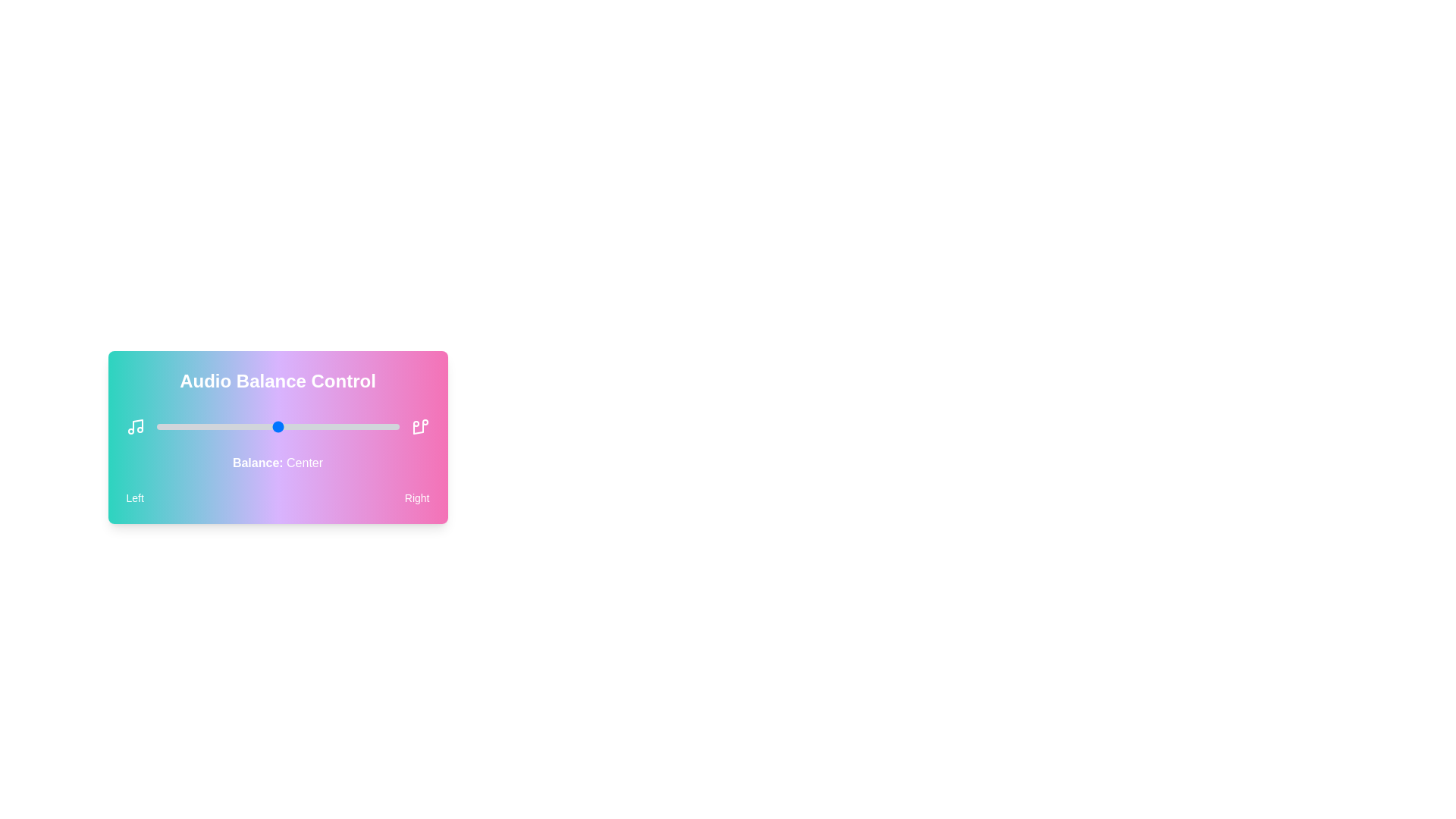  What do you see at coordinates (340, 427) in the screenshot?
I see `the audio balance slider to 76 percent` at bounding box center [340, 427].